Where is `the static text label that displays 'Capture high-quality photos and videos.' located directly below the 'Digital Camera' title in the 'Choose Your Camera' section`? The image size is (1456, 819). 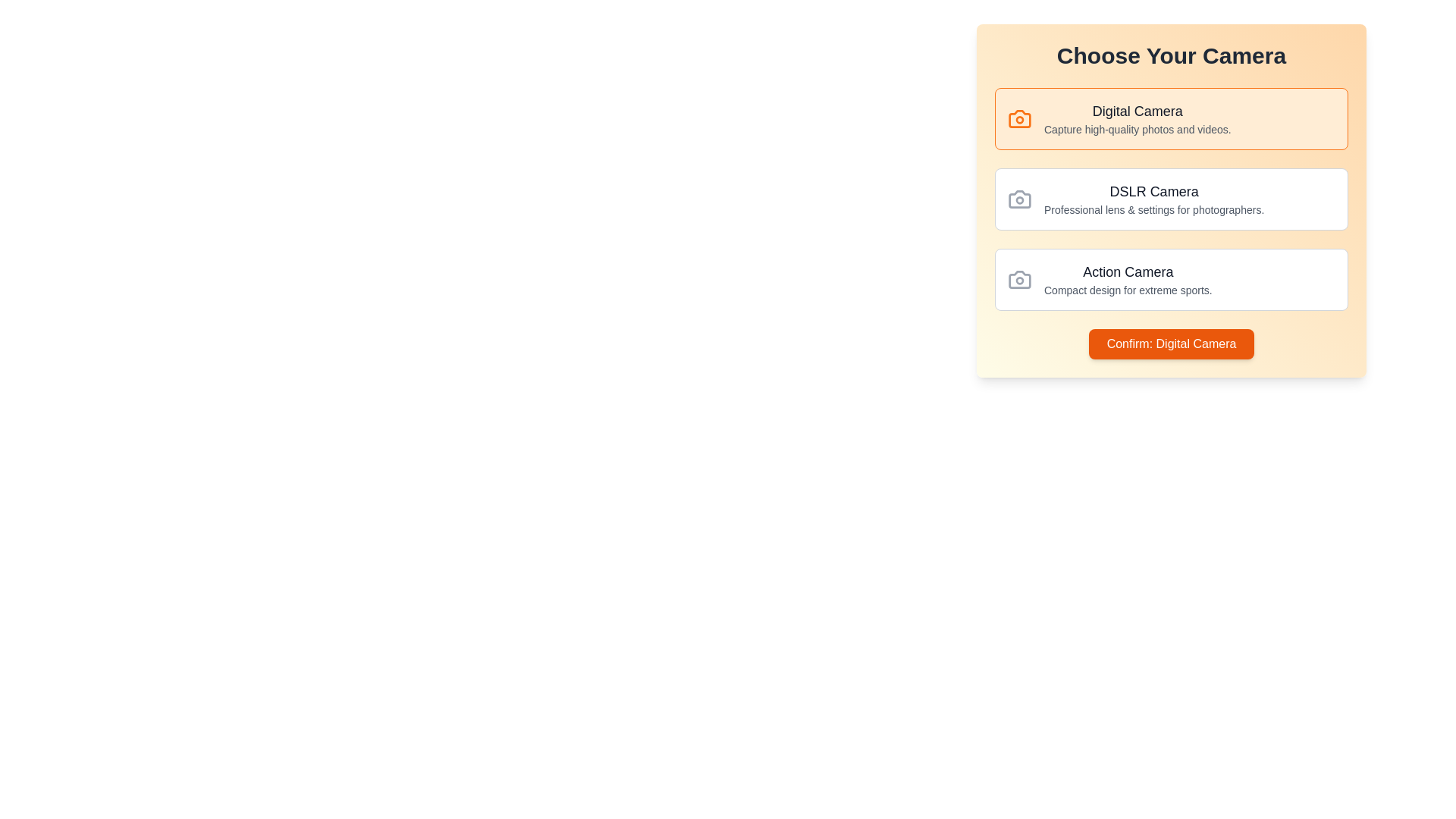
the static text label that displays 'Capture high-quality photos and videos.' located directly below the 'Digital Camera' title in the 'Choose Your Camera' section is located at coordinates (1137, 128).